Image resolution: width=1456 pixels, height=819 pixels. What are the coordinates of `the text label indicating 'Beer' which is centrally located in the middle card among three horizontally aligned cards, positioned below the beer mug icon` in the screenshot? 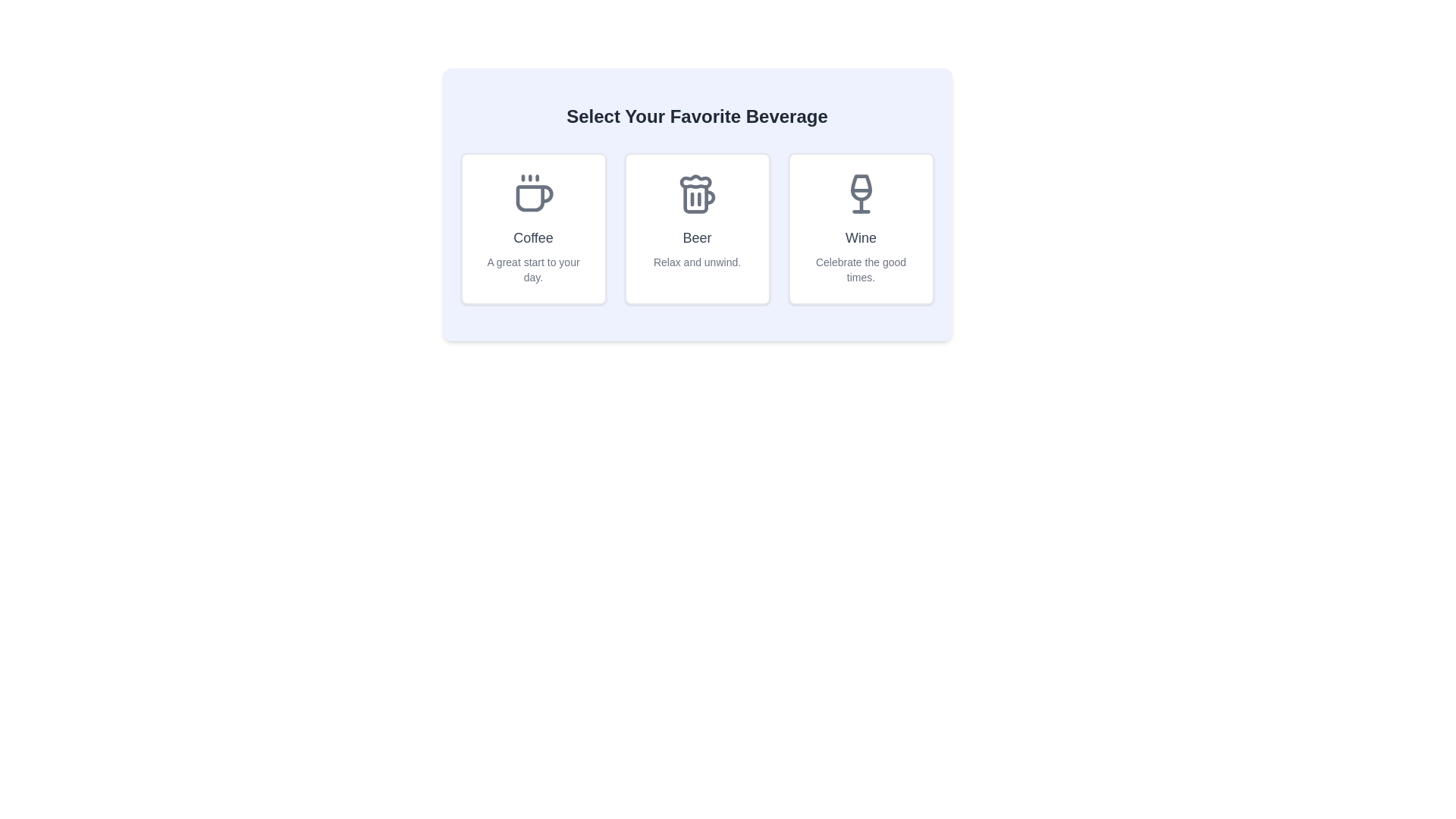 It's located at (696, 237).